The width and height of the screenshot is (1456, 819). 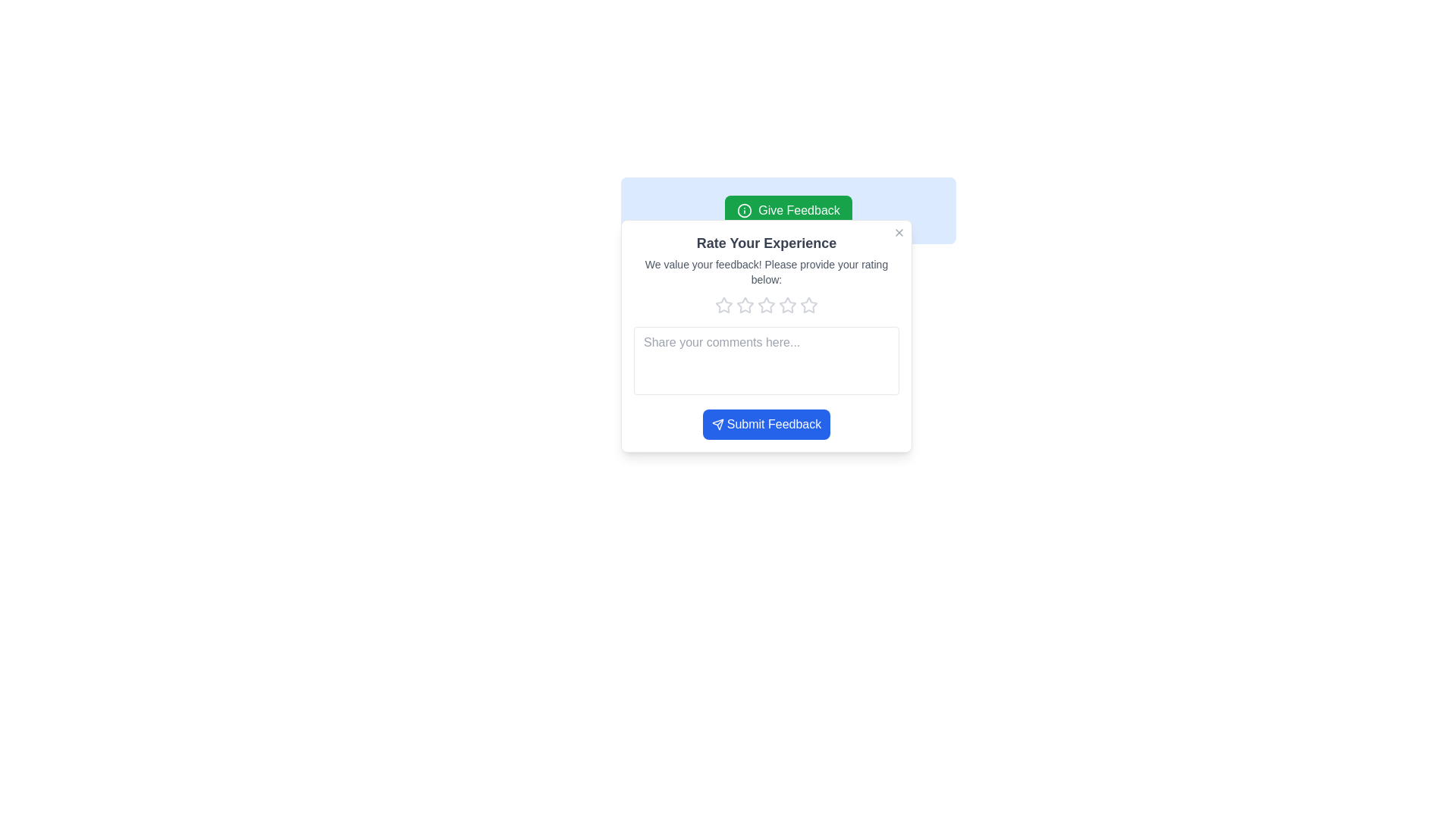 What do you see at coordinates (787, 305) in the screenshot?
I see `the third star icon in the 'Rate Your Experience' popup to visualize a potential selection` at bounding box center [787, 305].